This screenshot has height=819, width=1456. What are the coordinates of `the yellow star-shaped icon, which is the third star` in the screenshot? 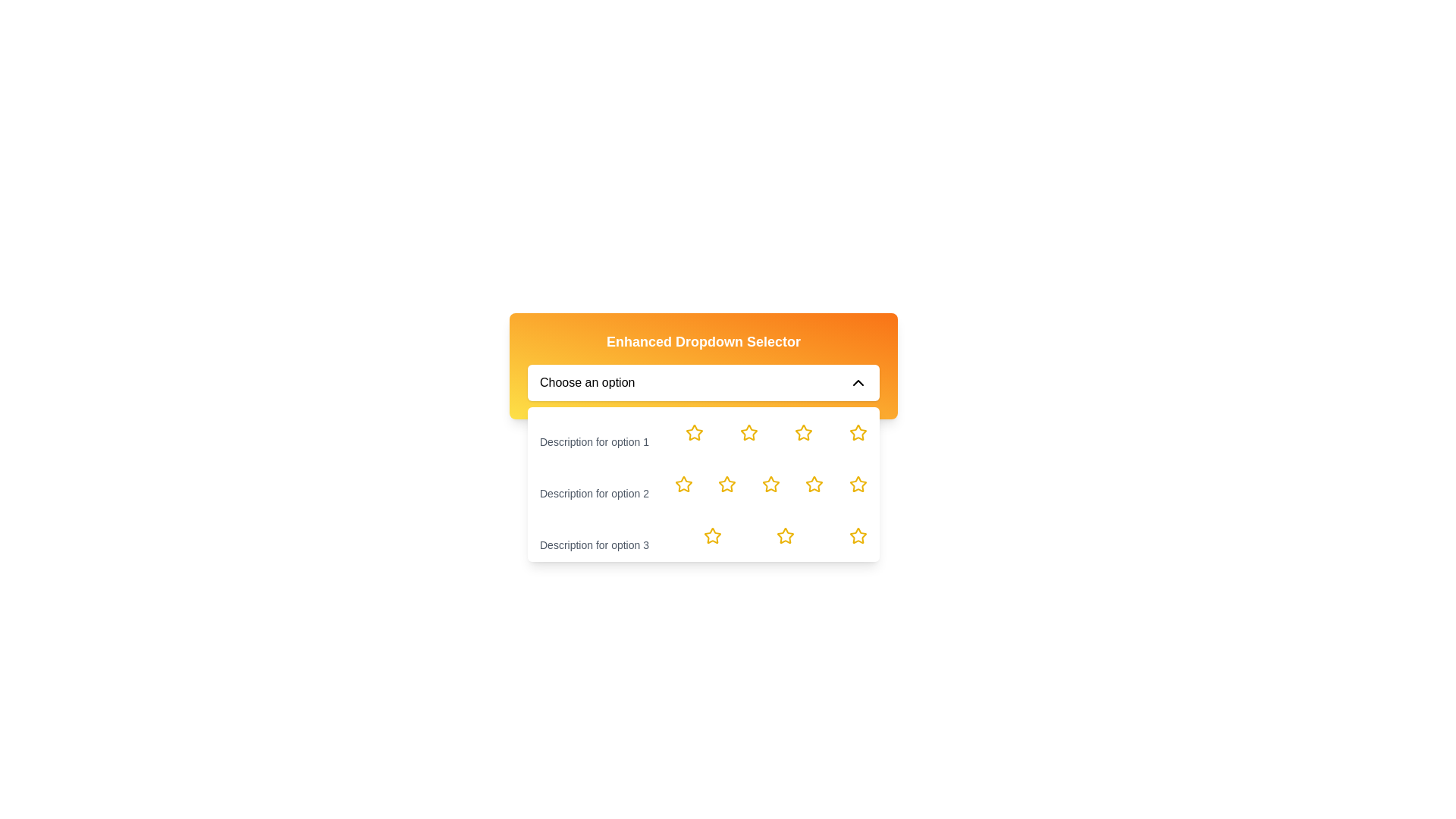 It's located at (726, 484).